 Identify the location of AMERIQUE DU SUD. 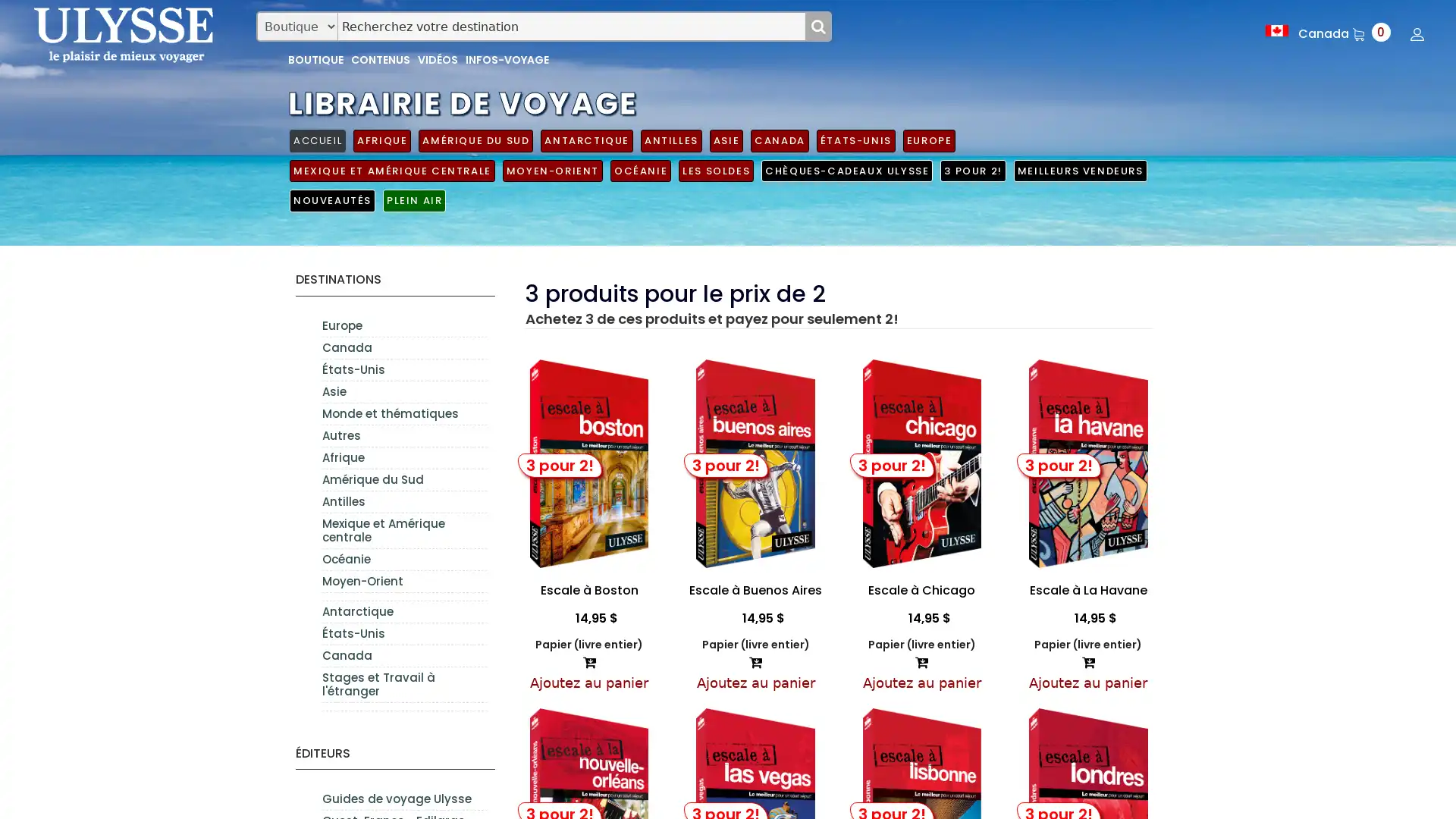
(475, 140).